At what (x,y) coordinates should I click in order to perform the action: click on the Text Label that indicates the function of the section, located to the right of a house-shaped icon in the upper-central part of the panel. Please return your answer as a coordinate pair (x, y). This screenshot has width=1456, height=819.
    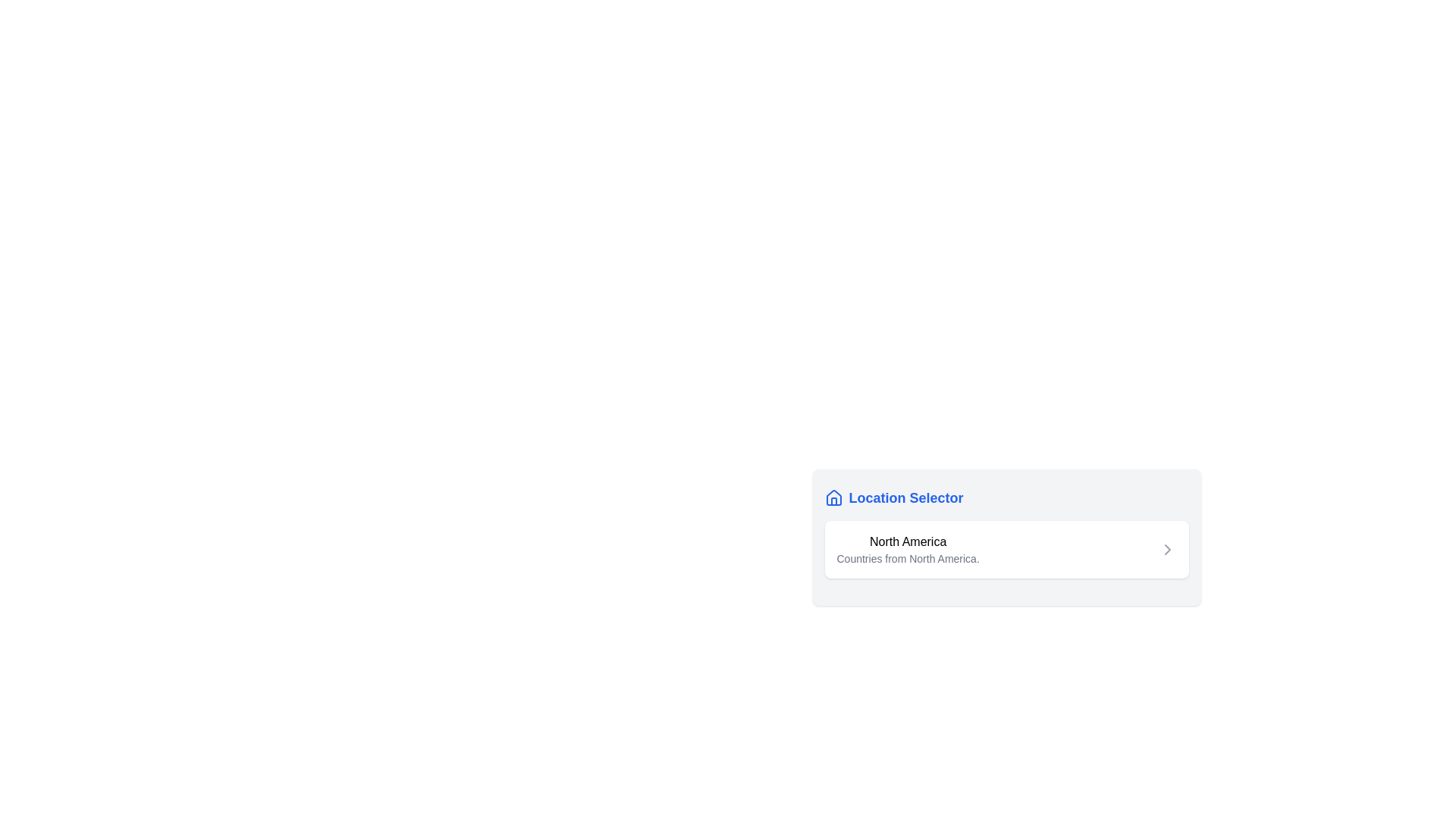
    Looking at the image, I should click on (906, 497).